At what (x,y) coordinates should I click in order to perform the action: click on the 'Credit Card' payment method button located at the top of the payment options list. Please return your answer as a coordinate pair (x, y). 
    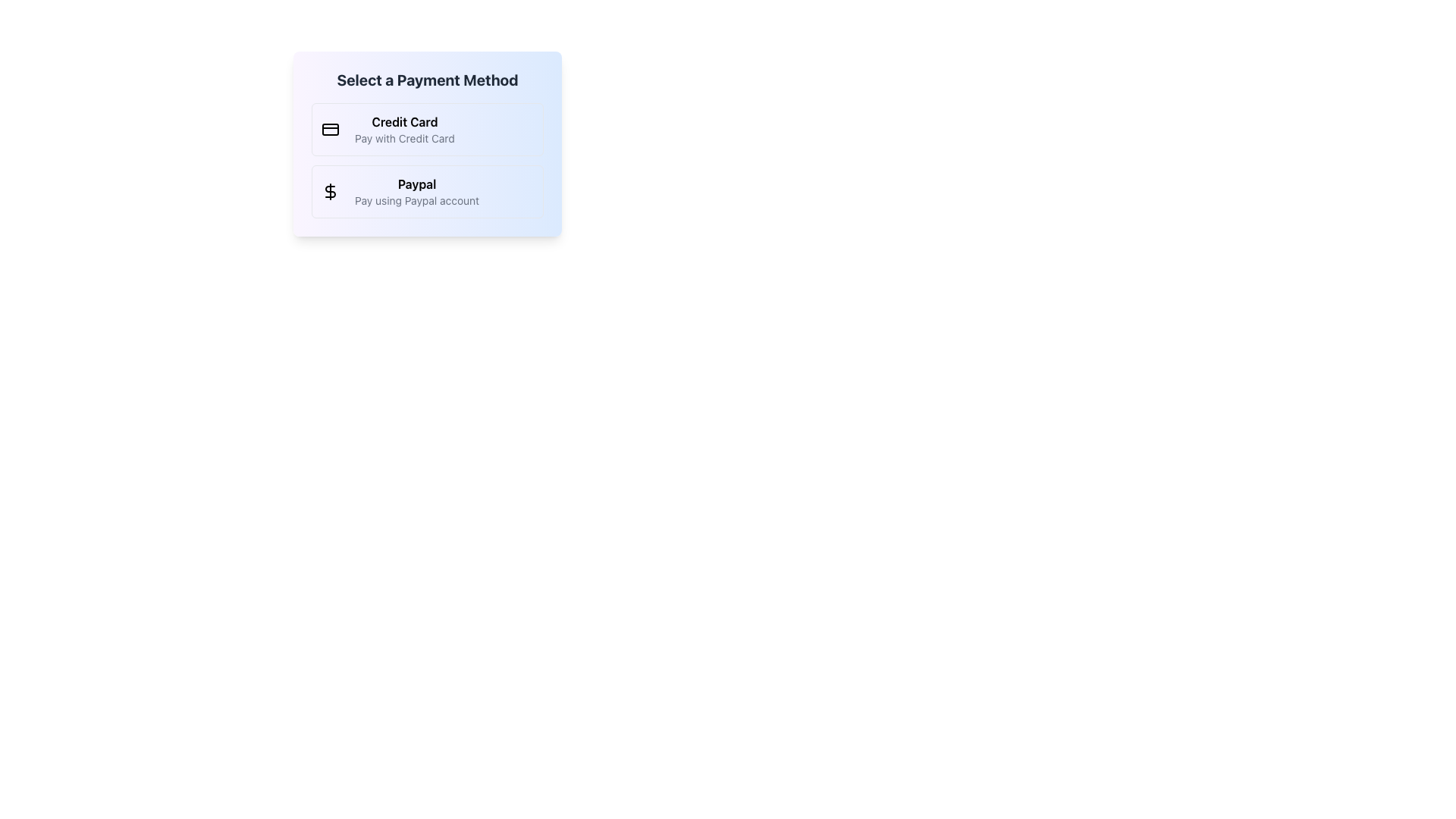
    Looking at the image, I should click on (427, 128).